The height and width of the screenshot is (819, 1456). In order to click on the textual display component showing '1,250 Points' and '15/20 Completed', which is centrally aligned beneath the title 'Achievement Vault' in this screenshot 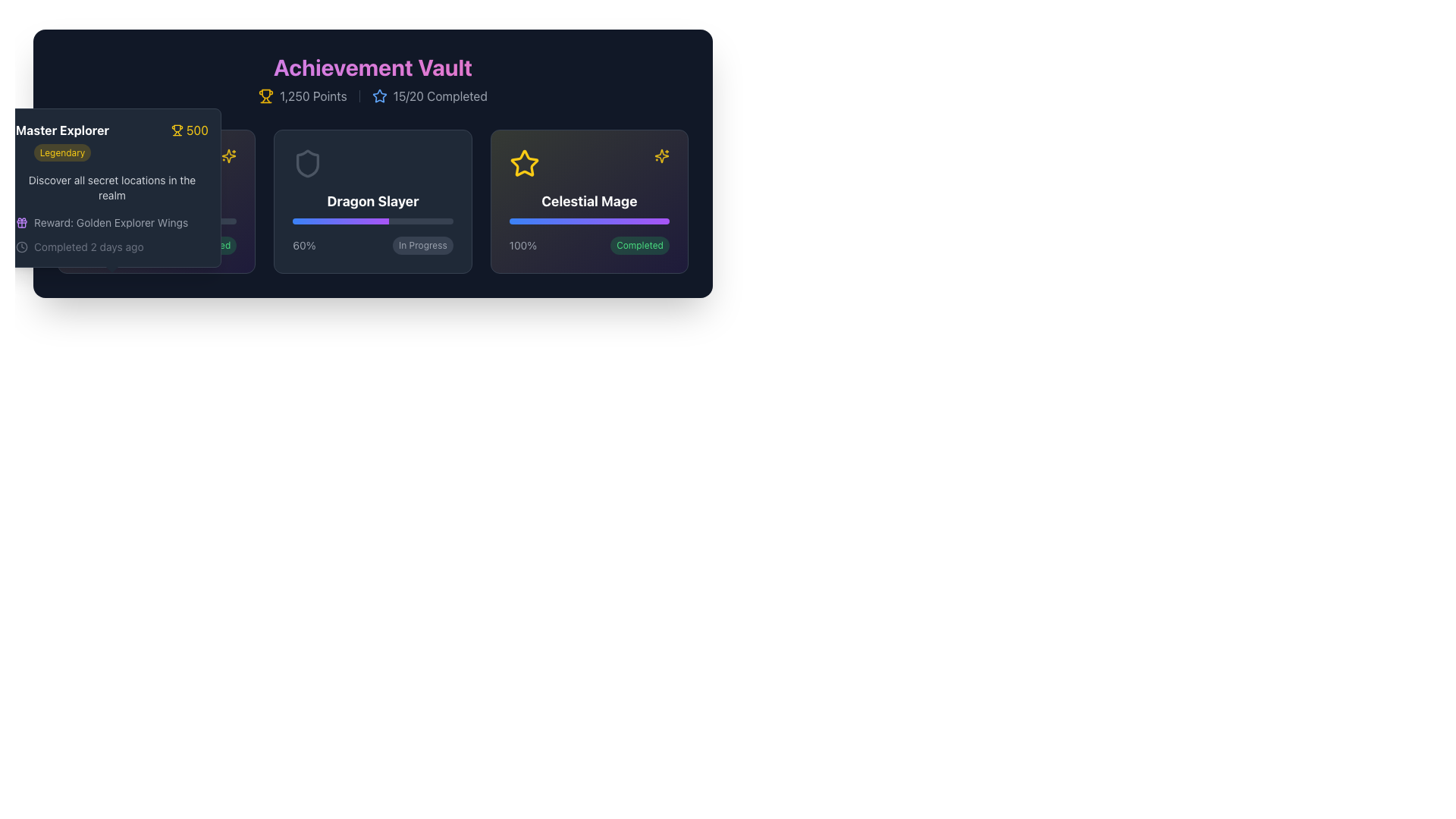, I will do `click(372, 96)`.